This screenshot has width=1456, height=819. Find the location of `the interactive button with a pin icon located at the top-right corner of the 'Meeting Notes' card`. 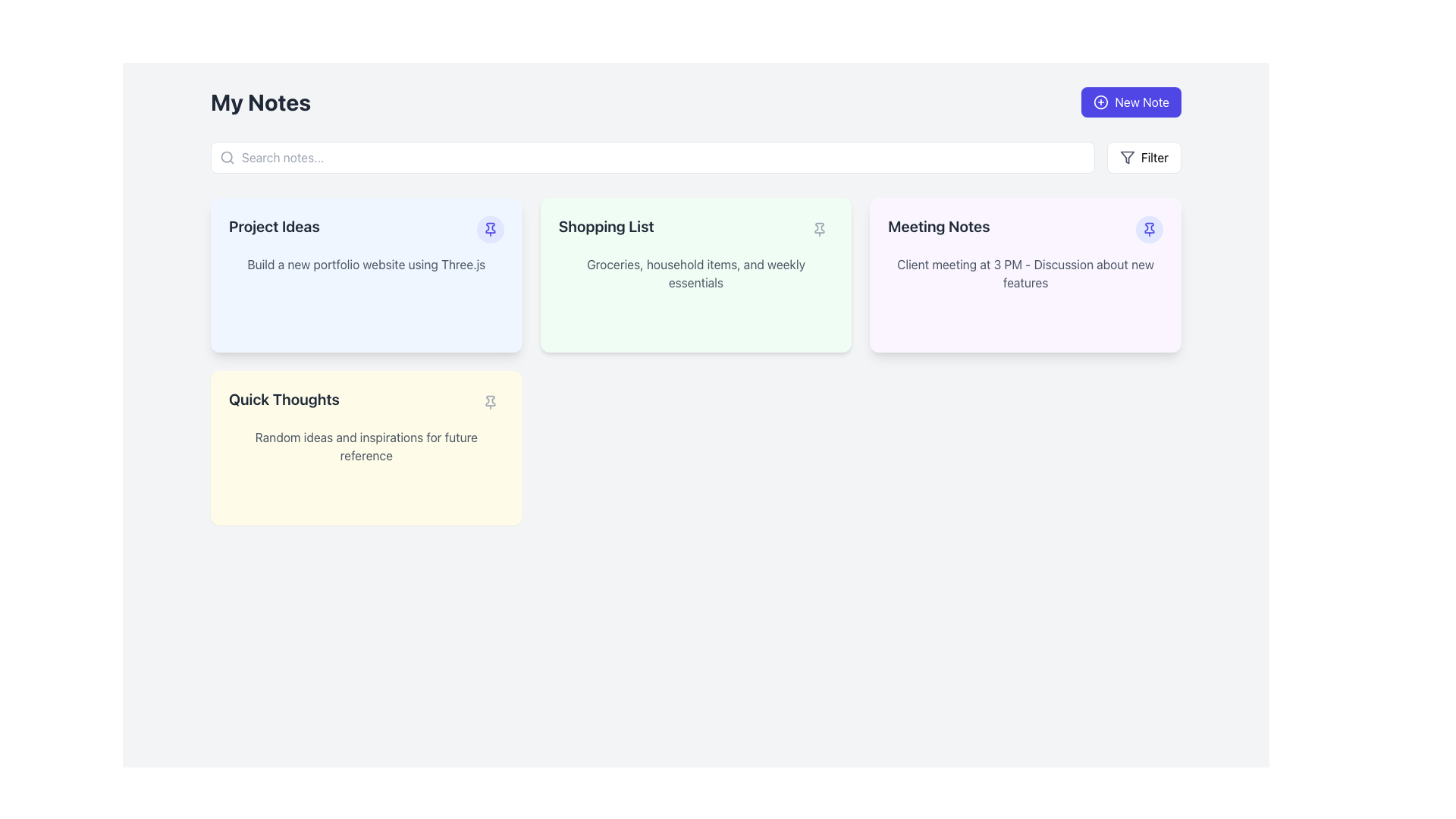

the interactive button with a pin icon located at the top-right corner of the 'Meeting Notes' card is located at coordinates (1150, 230).